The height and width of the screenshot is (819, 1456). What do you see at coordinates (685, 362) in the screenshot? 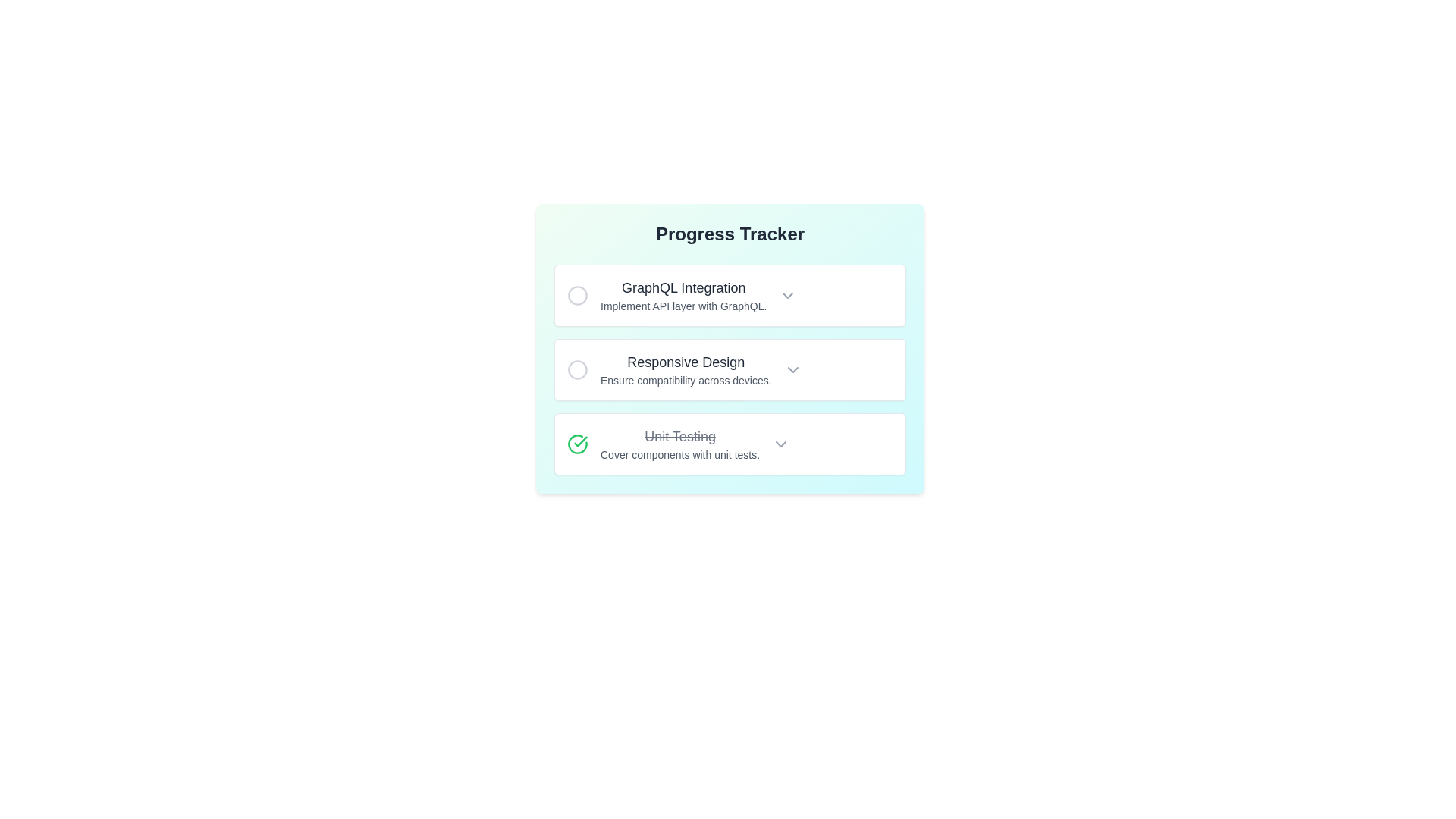
I see `the text label displaying 'Responsive Design', which is centrally positioned above the line stating 'Ensure compatibility across devices' in the 'Progress Tracker' list` at bounding box center [685, 362].